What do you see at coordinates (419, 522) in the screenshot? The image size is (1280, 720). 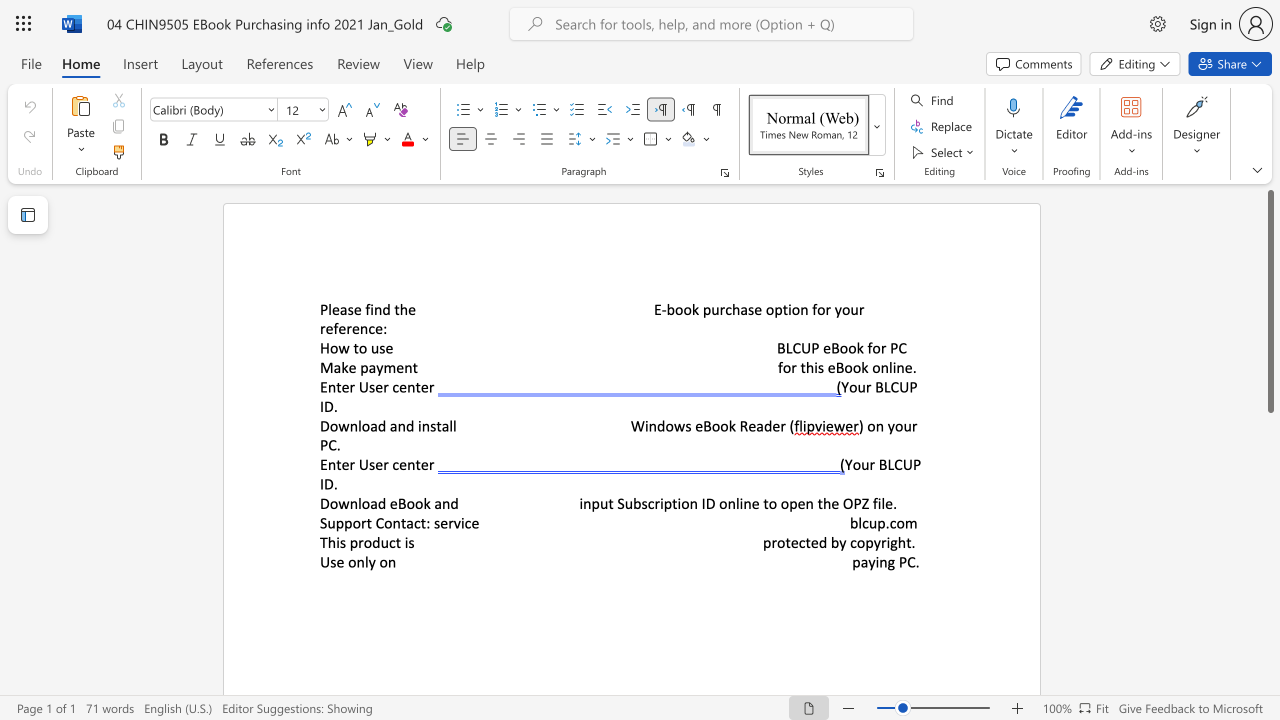 I see `the subset text "t: servic" within the text "Support Contact: service"` at bounding box center [419, 522].